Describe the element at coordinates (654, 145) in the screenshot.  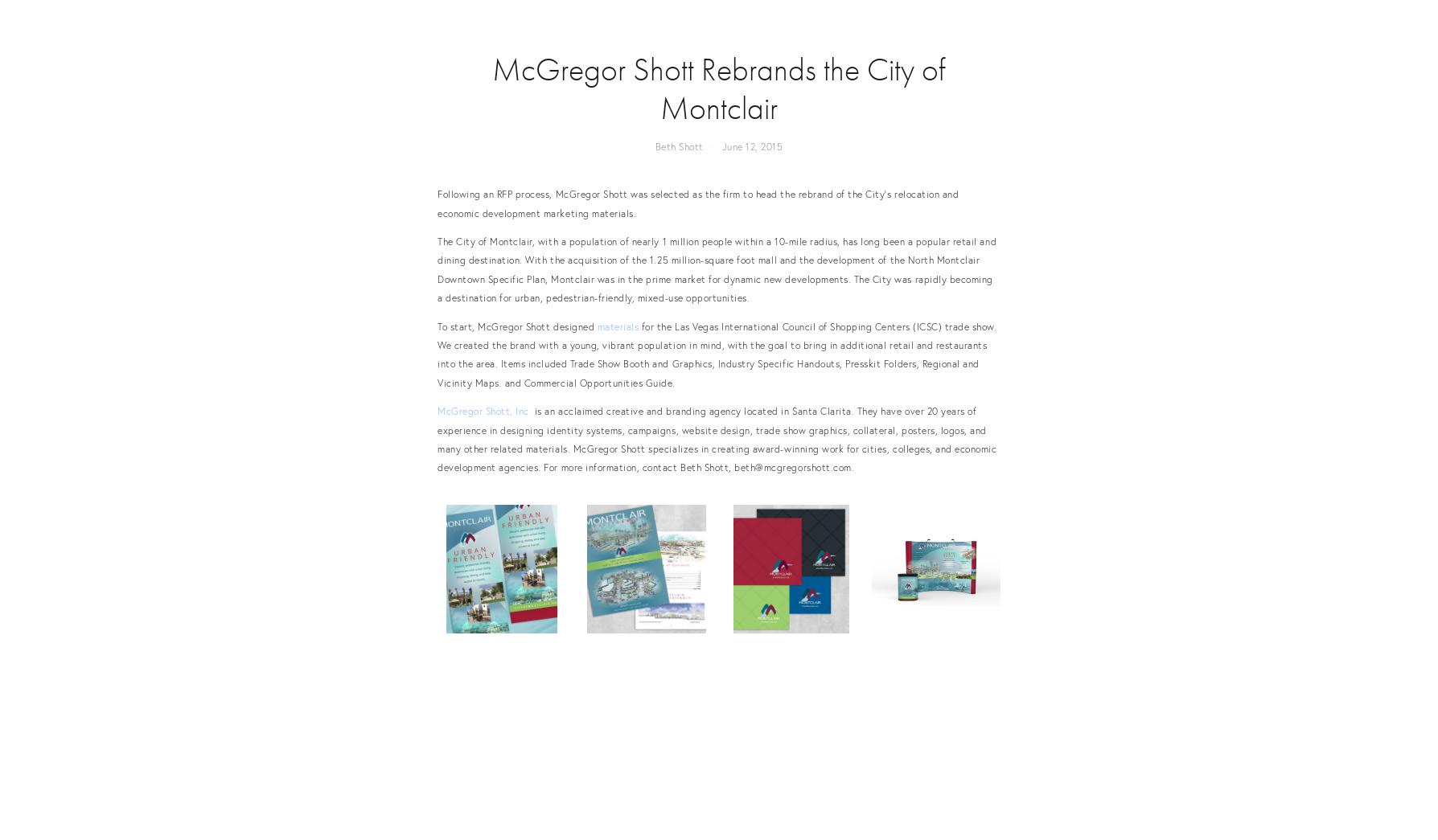
I see `'Beth Shott'` at that location.